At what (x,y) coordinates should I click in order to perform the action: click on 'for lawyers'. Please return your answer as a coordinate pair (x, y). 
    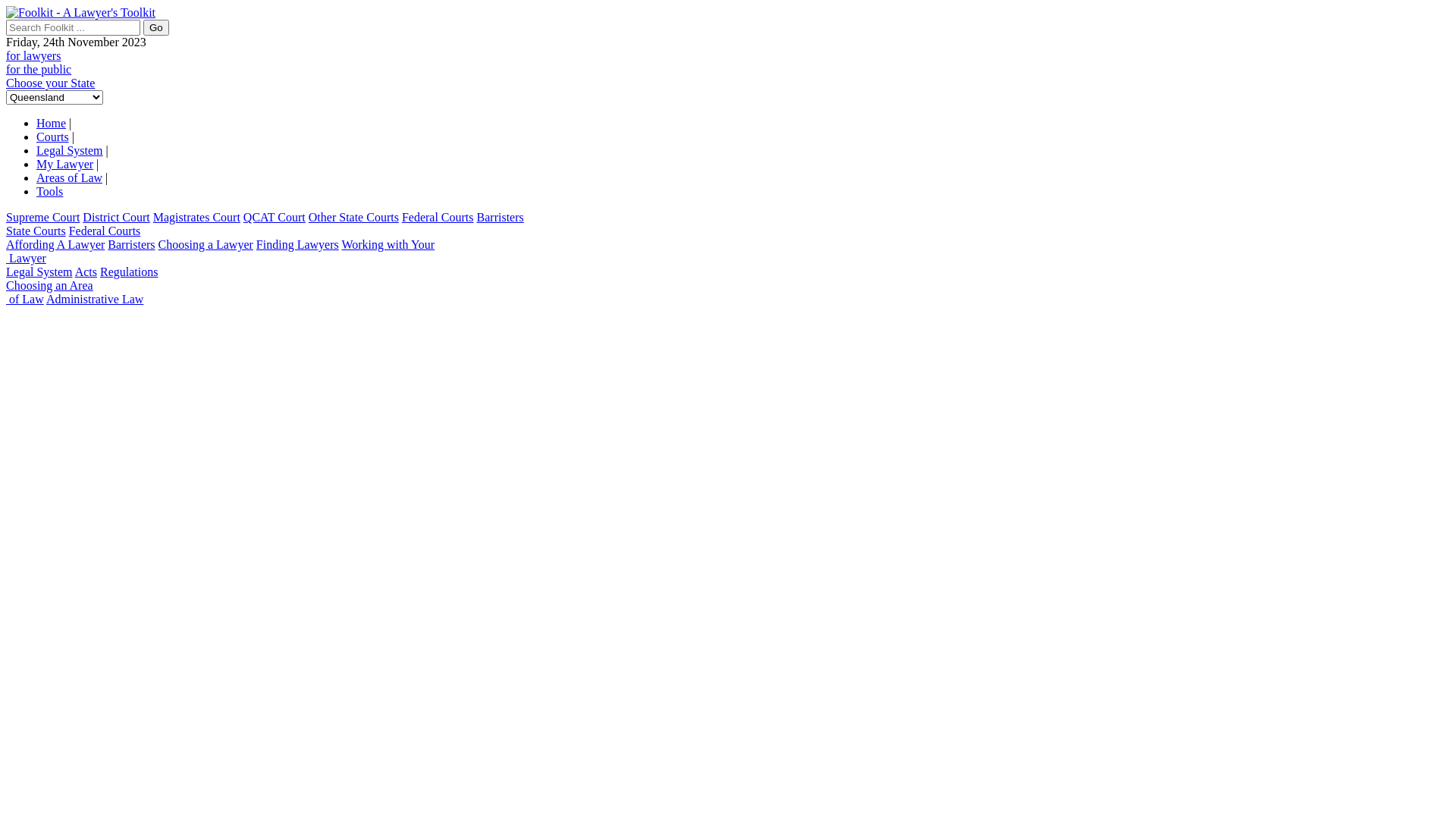
    Looking at the image, I should click on (33, 55).